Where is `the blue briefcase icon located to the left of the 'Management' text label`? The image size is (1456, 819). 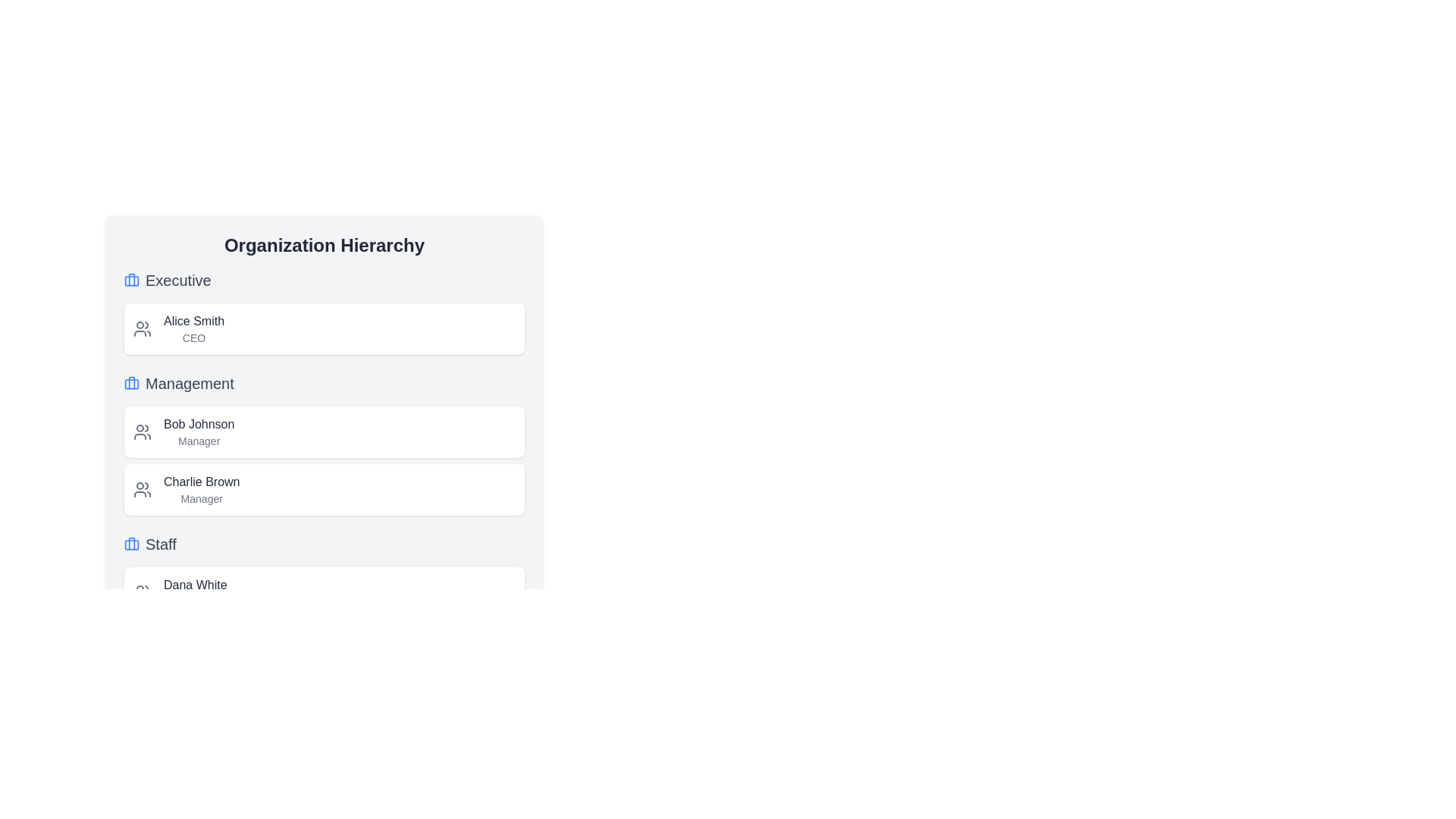
the blue briefcase icon located to the left of the 'Management' text label is located at coordinates (131, 382).